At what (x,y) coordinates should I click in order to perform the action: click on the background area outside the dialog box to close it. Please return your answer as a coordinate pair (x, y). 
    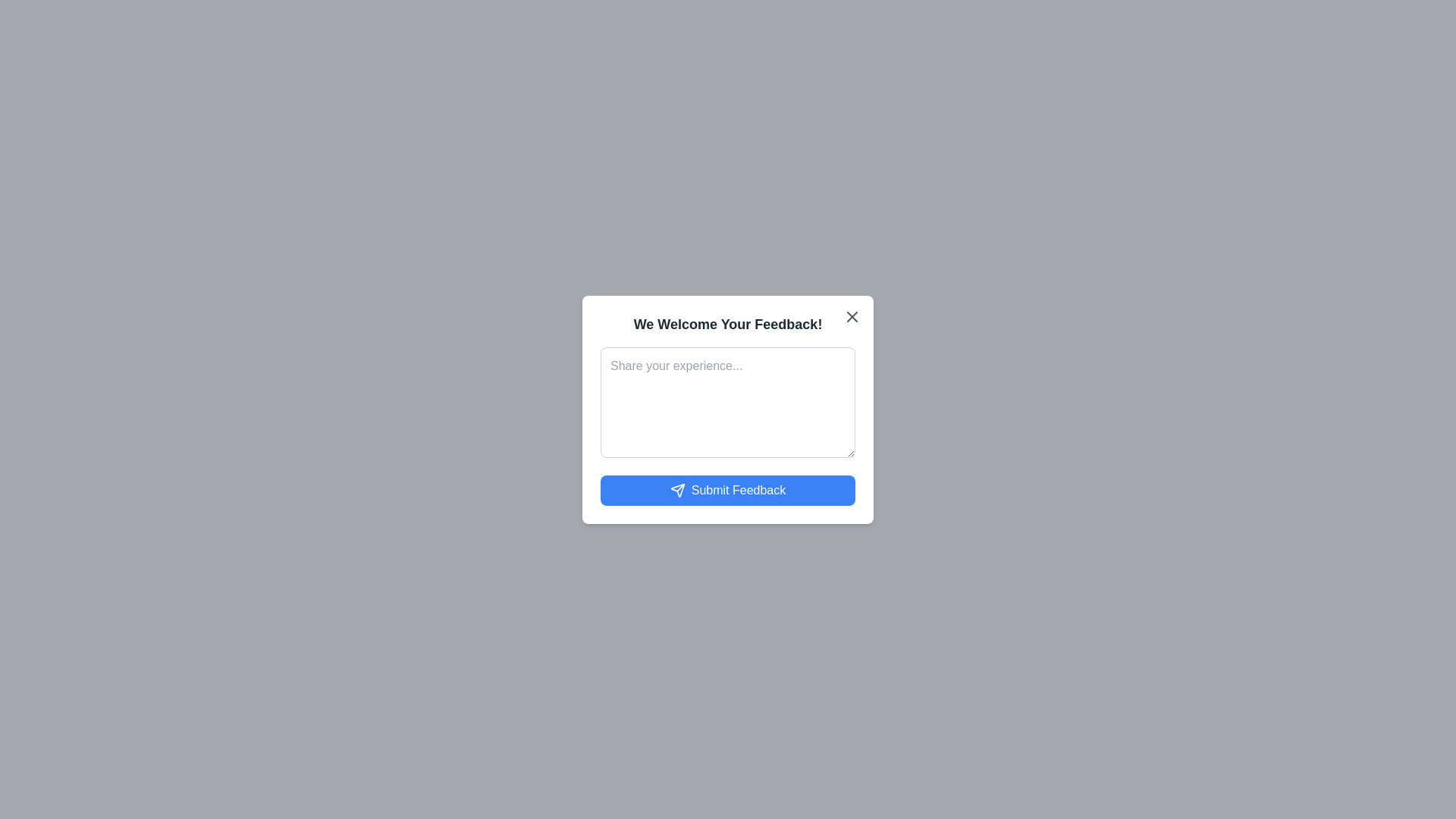
    Looking at the image, I should click on (75, 76).